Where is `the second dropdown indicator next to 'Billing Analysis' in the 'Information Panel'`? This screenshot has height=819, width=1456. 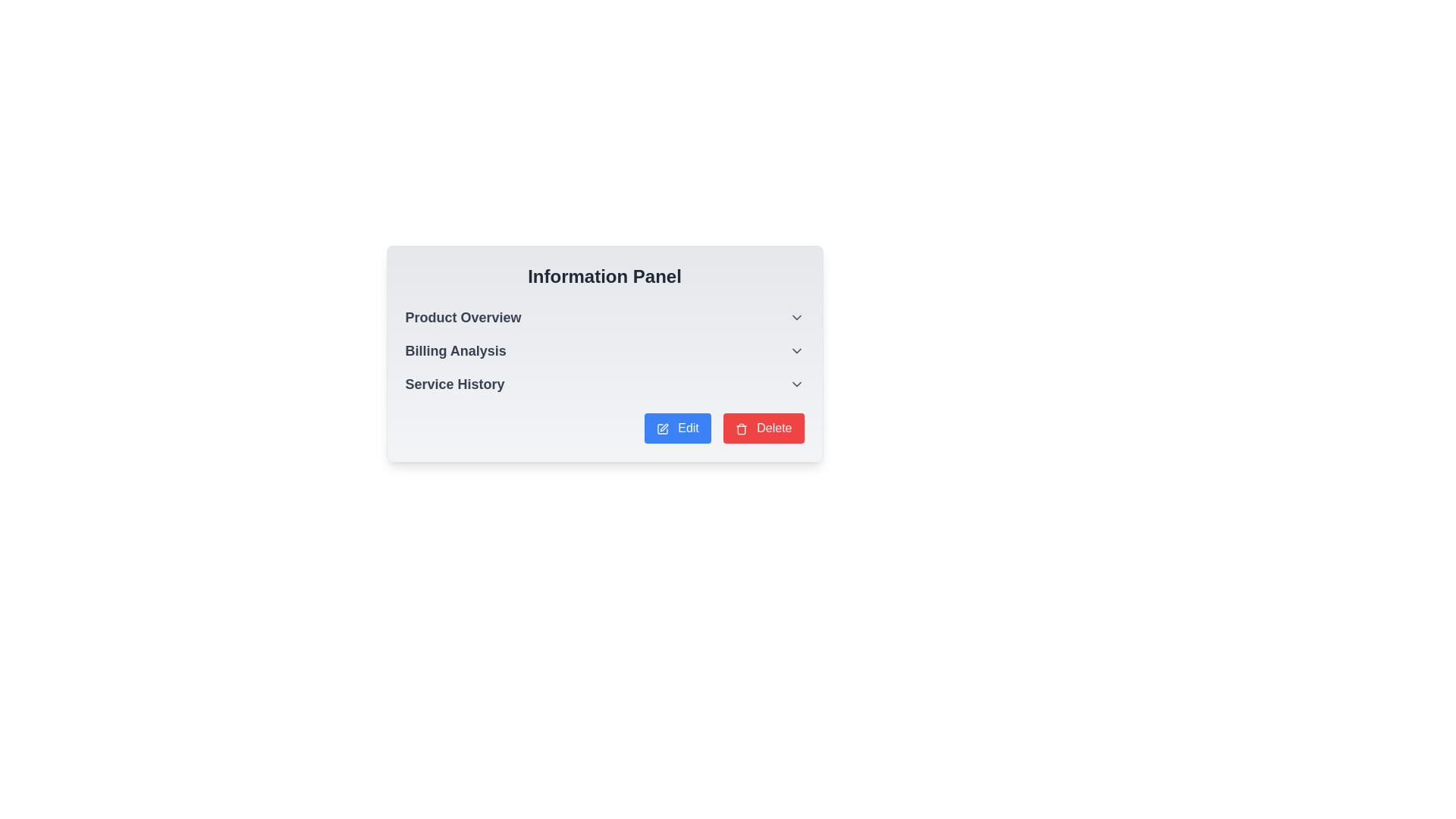
the second dropdown indicator next to 'Billing Analysis' in the 'Information Panel' is located at coordinates (795, 350).